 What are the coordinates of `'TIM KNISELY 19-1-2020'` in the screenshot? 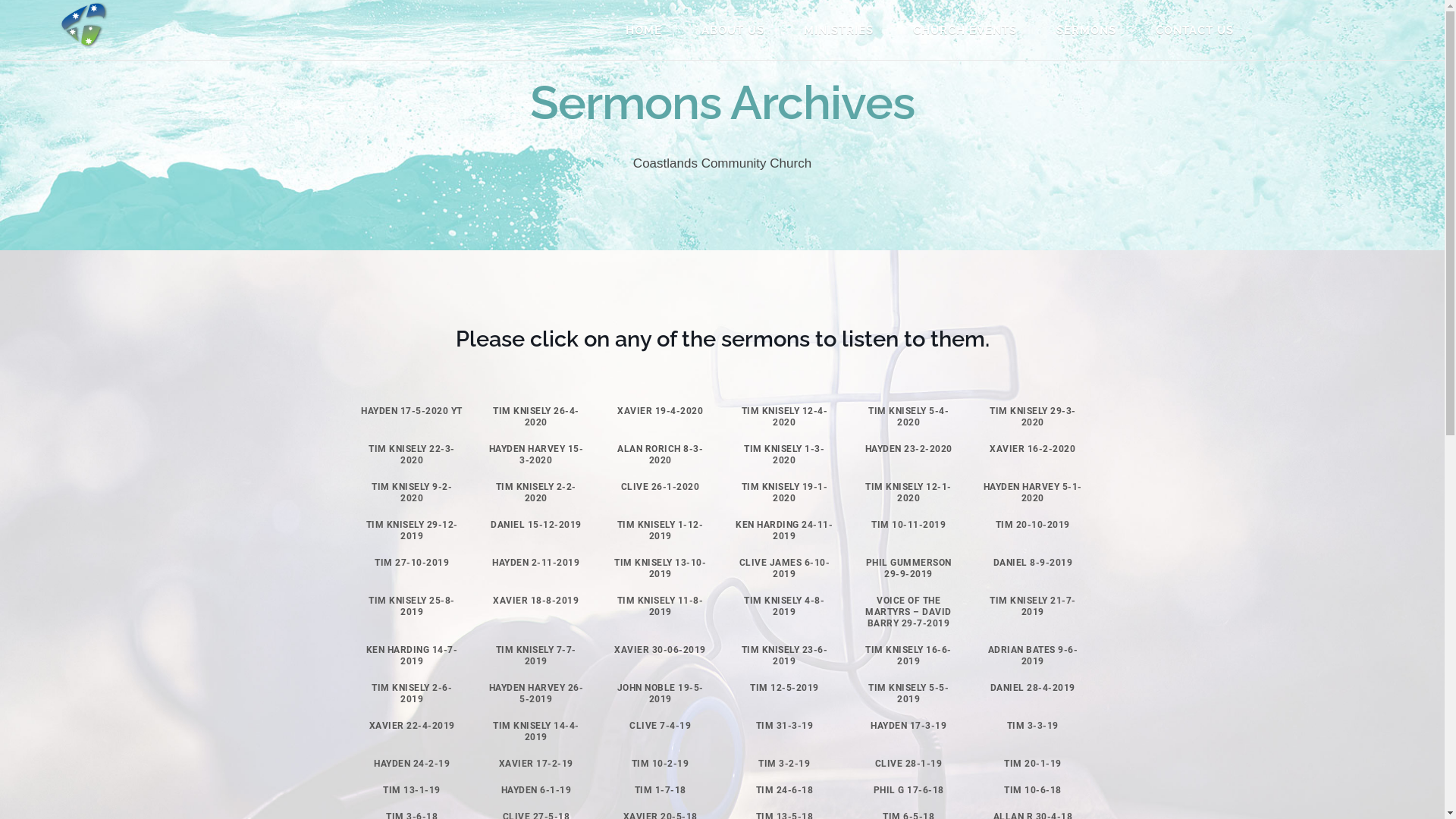 It's located at (785, 492).